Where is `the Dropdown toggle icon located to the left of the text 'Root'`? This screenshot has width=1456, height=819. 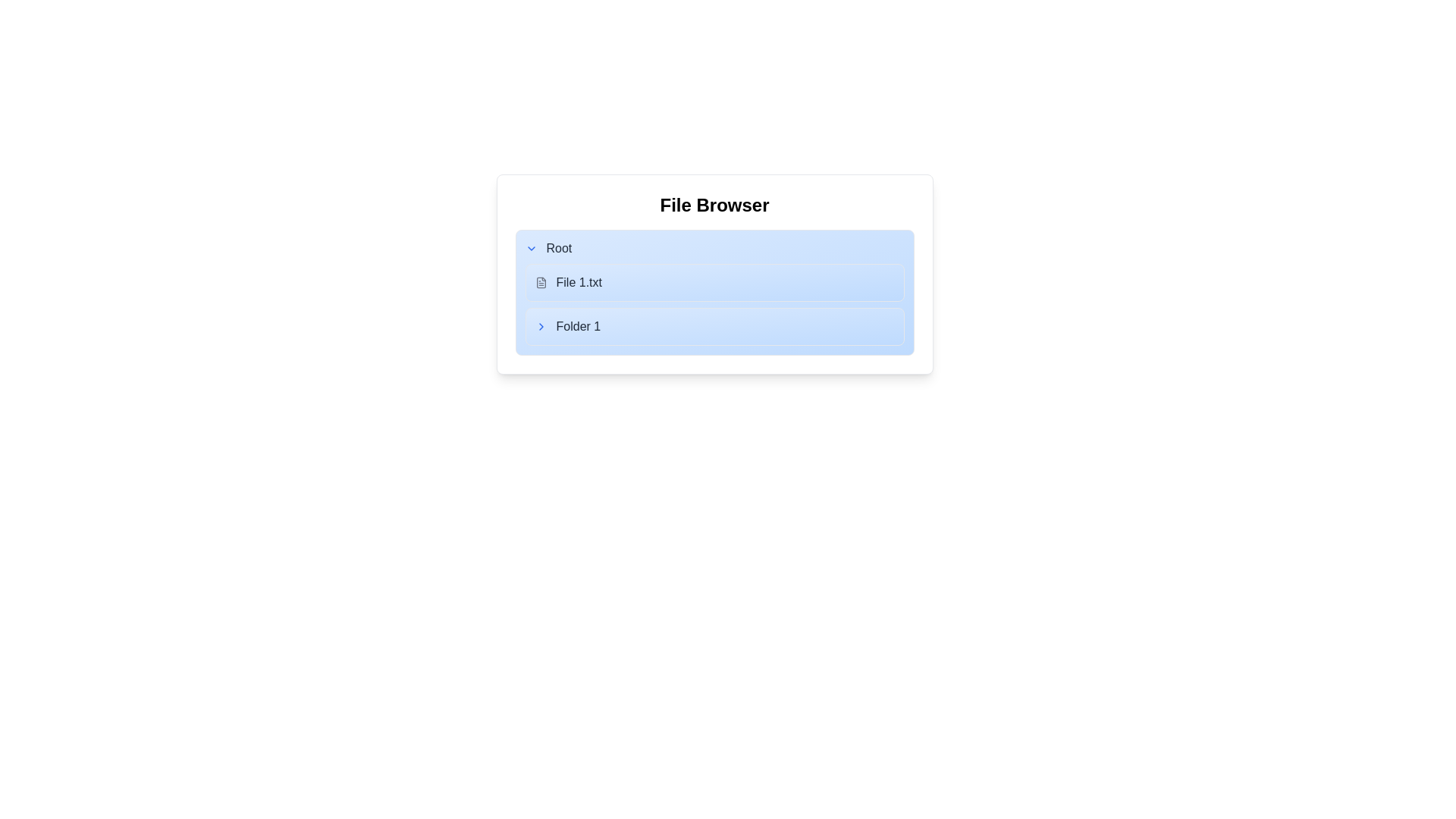 the Dropdown toggle icon located to the left of the text 'Root' is located at coordinates (531, 247).